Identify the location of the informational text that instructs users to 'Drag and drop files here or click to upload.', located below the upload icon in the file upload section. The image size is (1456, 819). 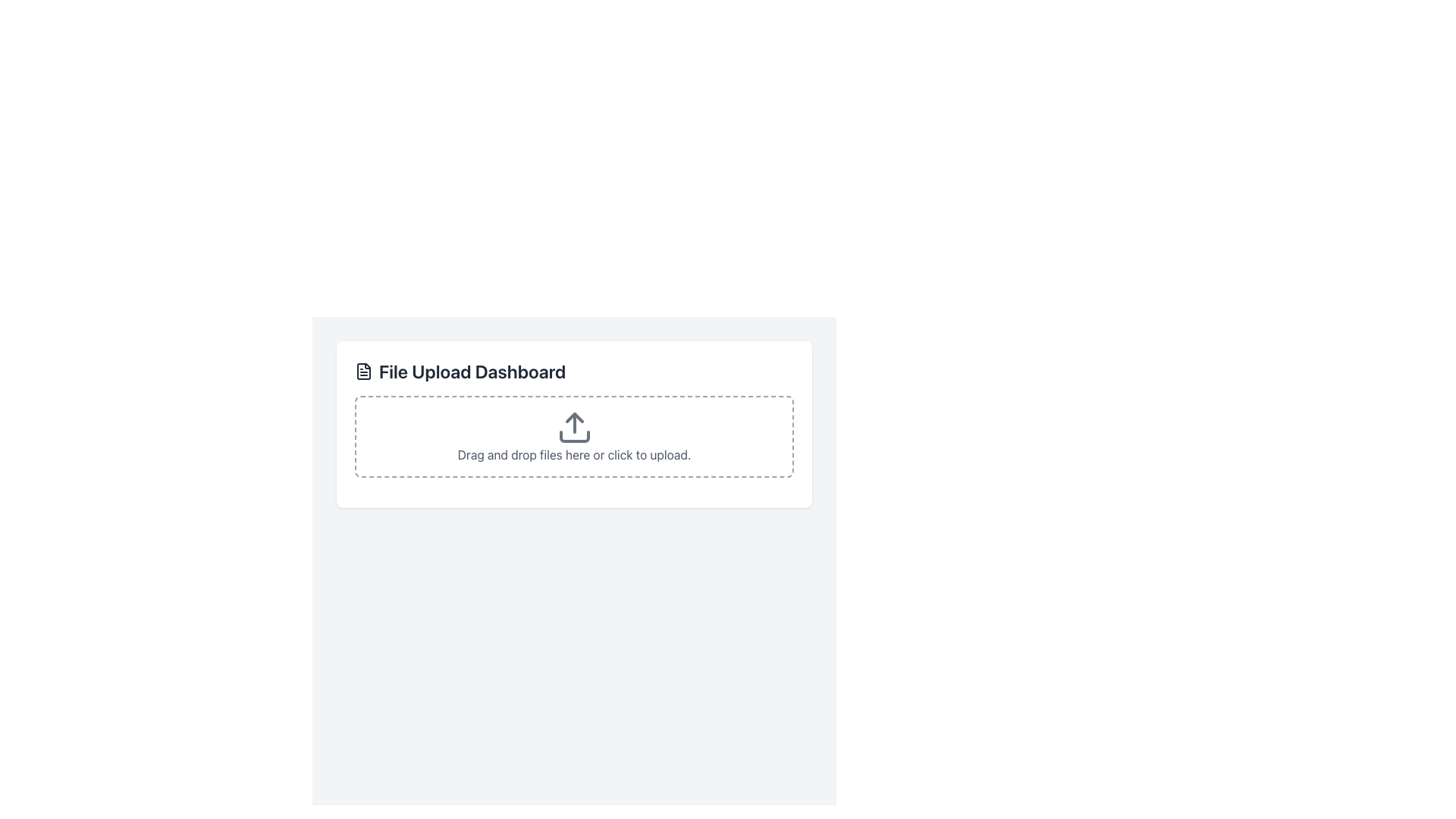
(573, 454).